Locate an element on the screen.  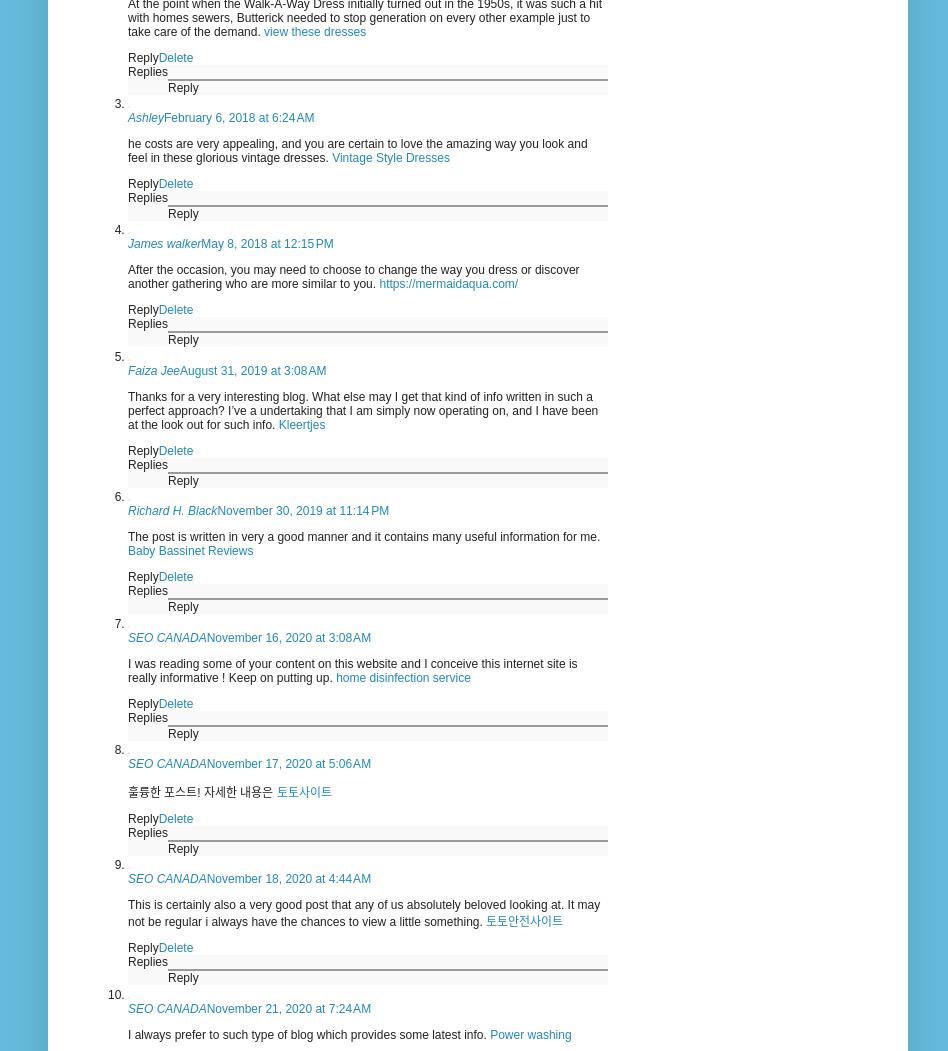
'November 18, 2020 at 4:44 AM' is located at coordinates (205, 877).